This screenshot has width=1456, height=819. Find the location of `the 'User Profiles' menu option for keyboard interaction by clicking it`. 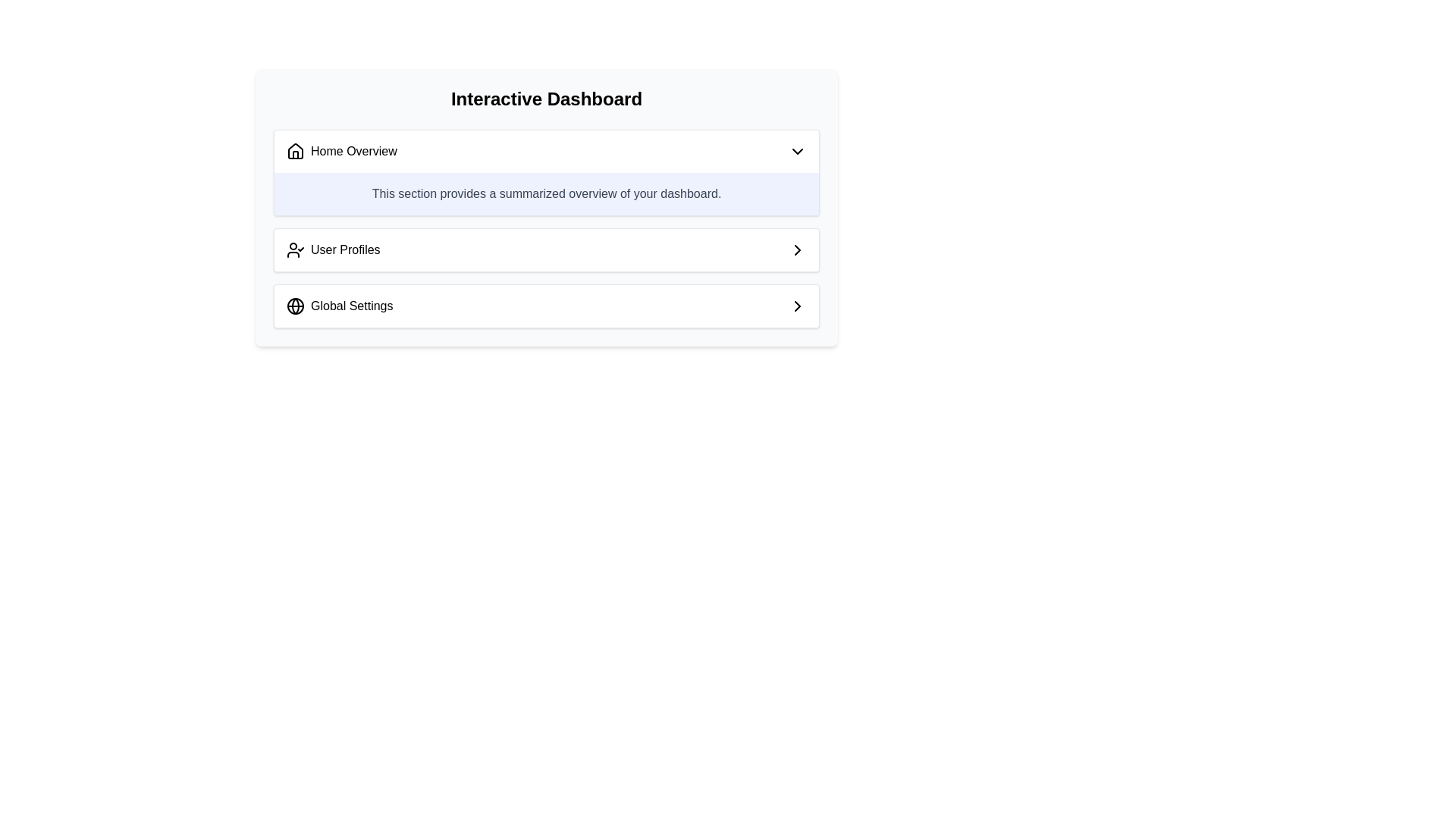

the 'User Profiles' menu option for keyboard interaction by clicking it is located at coordinates (546, 249).